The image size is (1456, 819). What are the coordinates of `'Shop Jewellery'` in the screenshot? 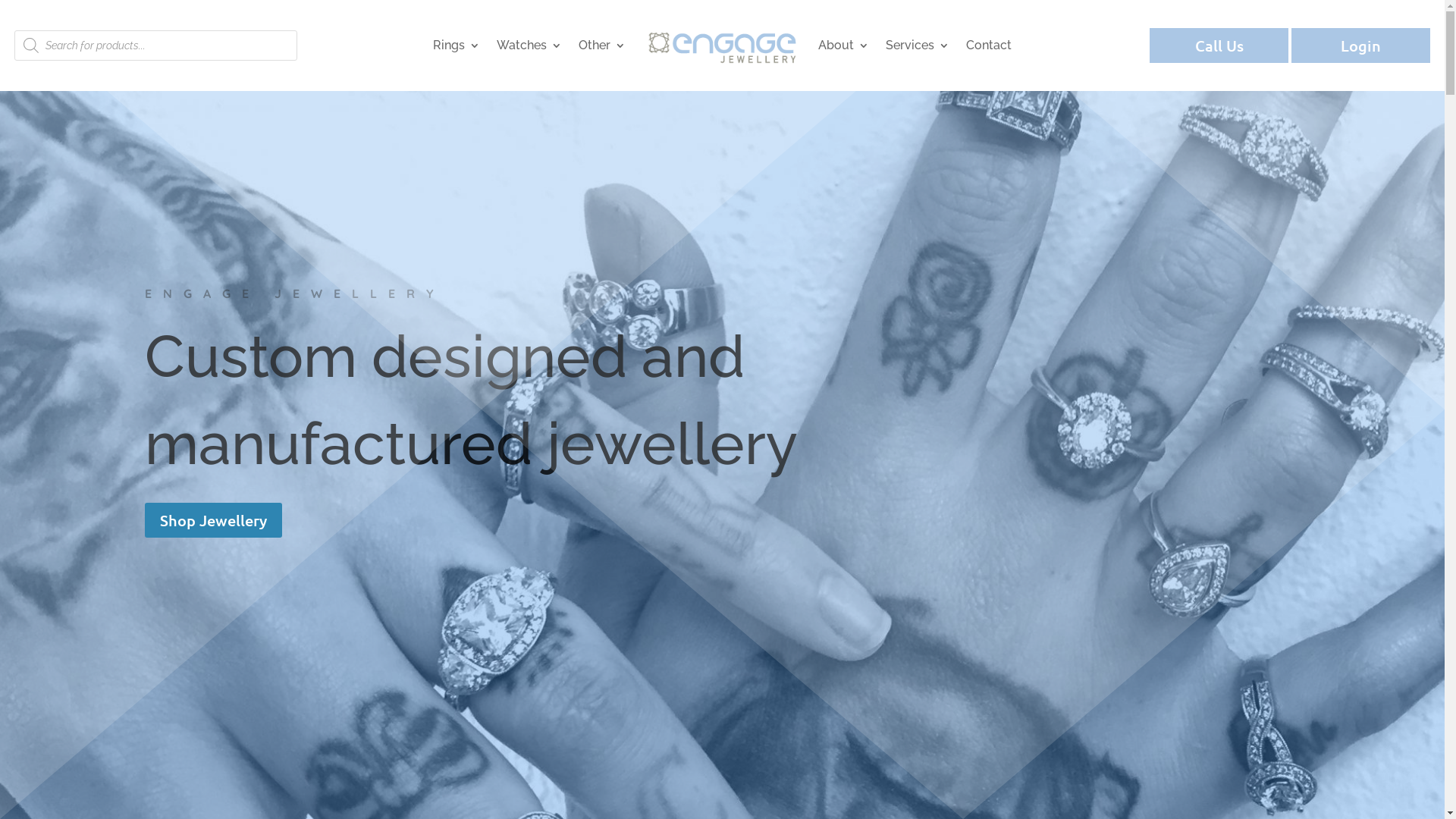 It's located at (212, 519).